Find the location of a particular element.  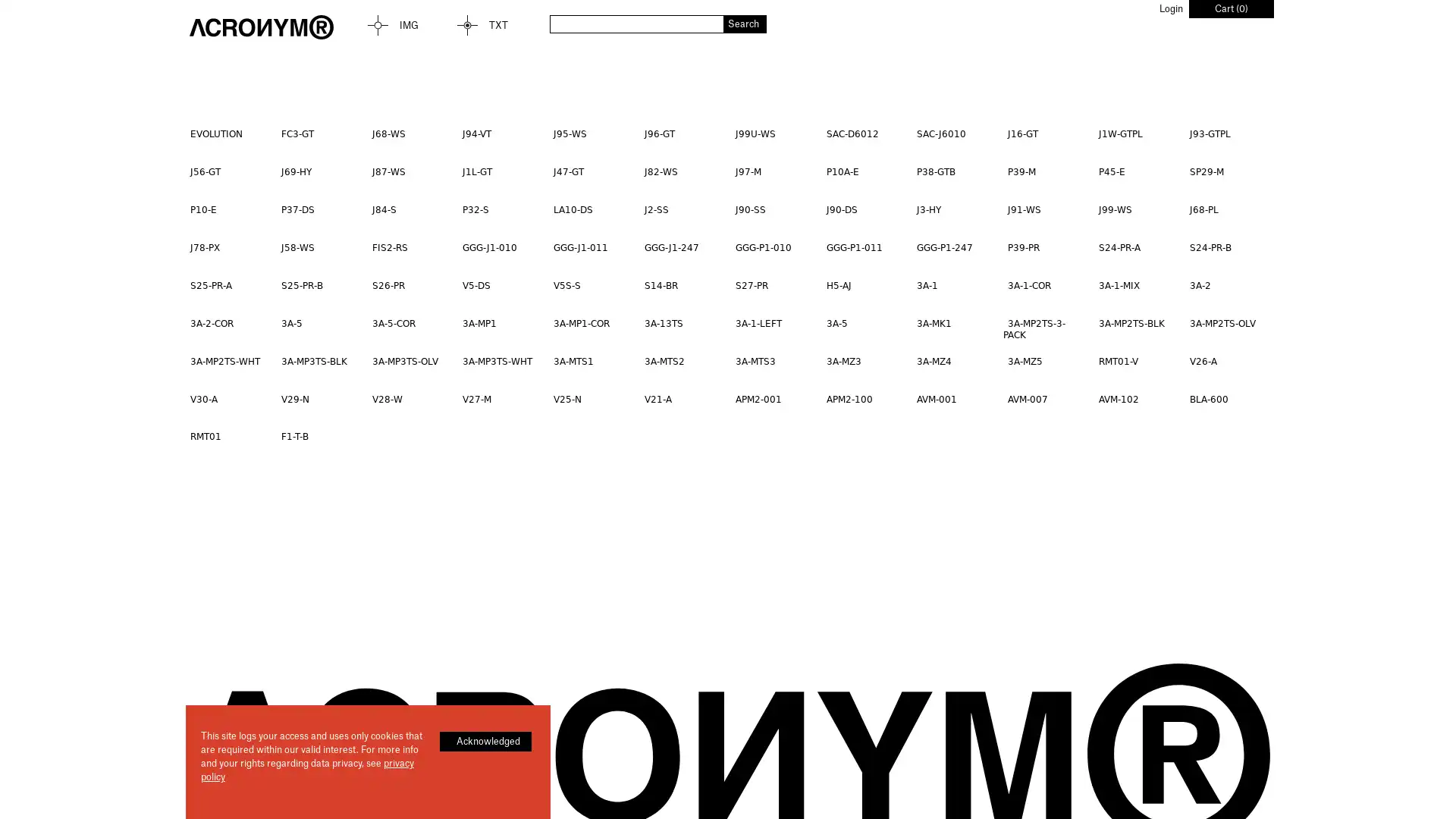

Acknowledged is located at coordinates (485, 741).